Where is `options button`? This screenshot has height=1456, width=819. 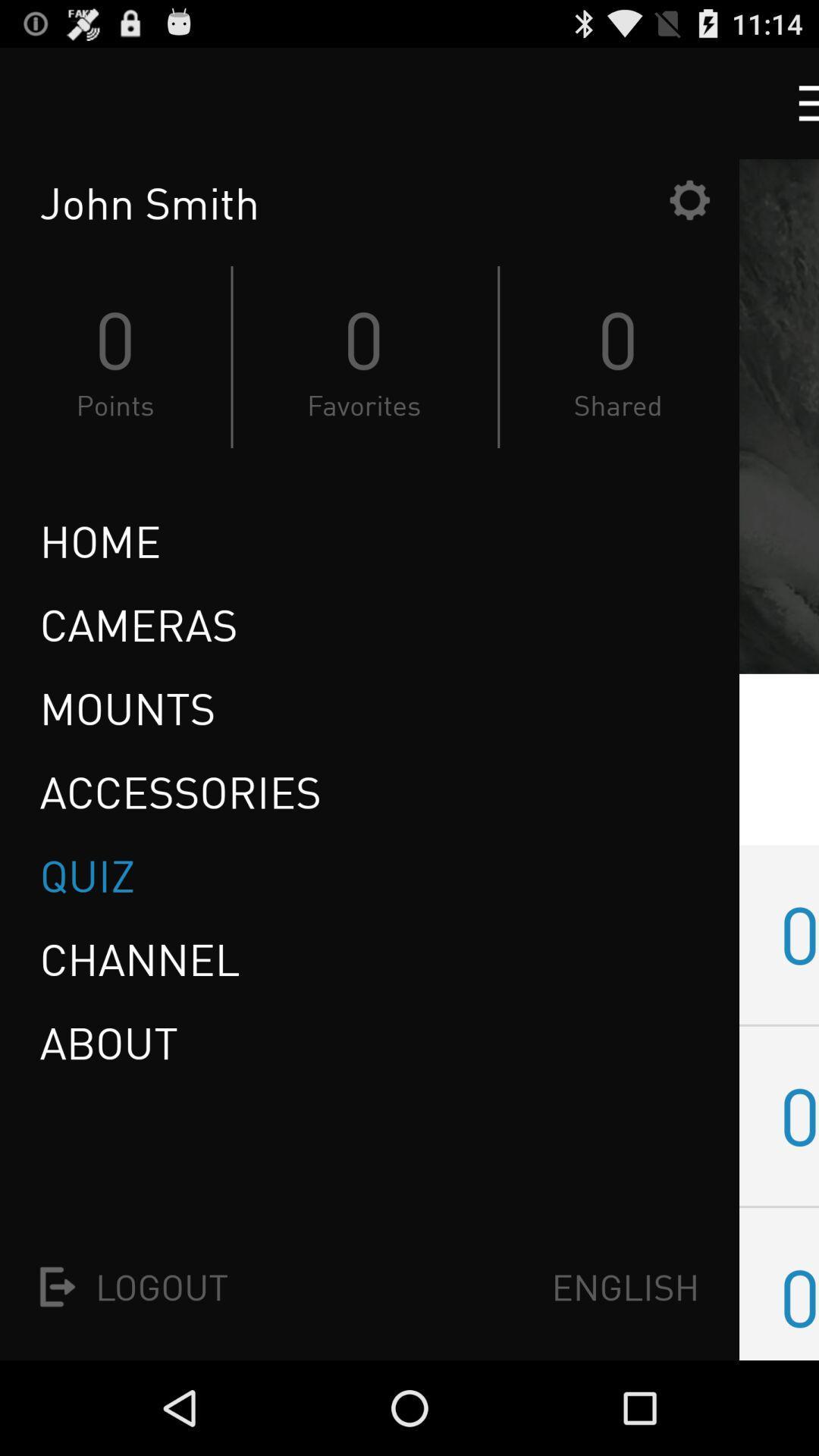 options button is located at coordinates (689, 199).